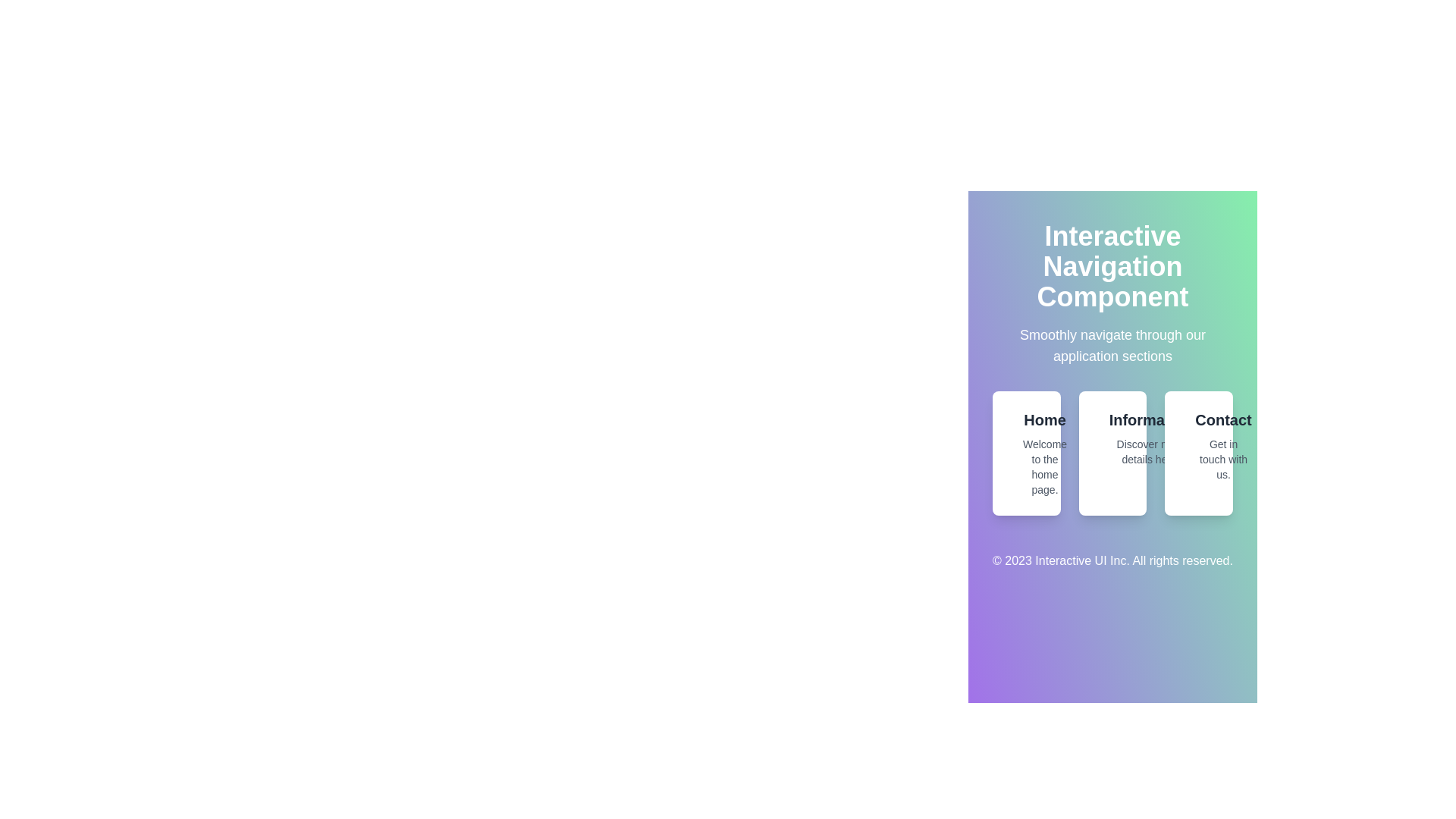 The image size is (1456, 819). Describe the element at coordinates (1223, 420) in the screenshot. I see `the Heading text for the 'Contact' section, which is positioned at the top of the 'Contact' card, to establish focus on this segment of the interface` at that location.